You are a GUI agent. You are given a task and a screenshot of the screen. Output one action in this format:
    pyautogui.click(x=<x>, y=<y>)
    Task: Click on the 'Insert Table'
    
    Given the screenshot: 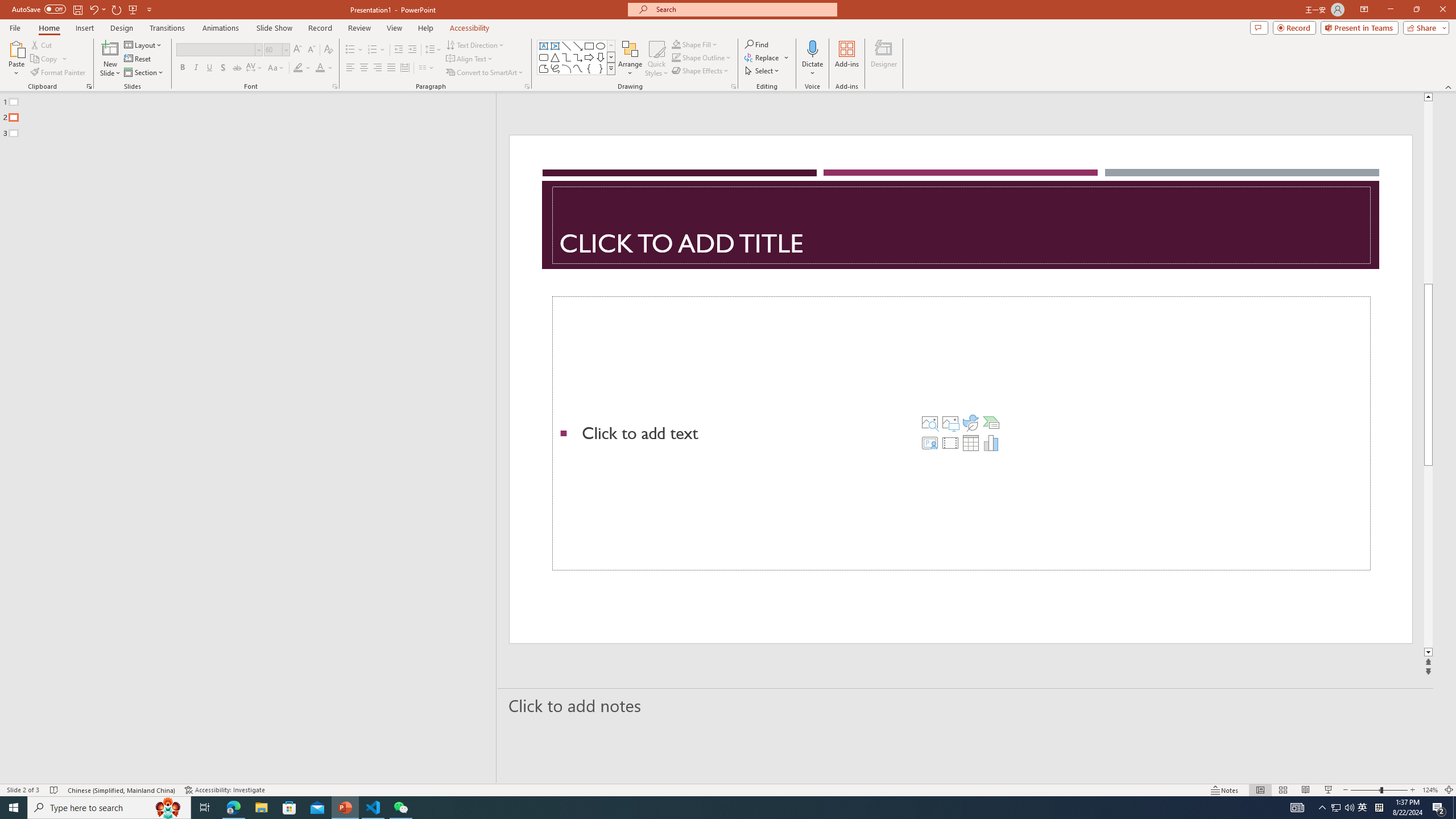 What is the action you would take?
    pyautogui.click(x=971, y=442)
    